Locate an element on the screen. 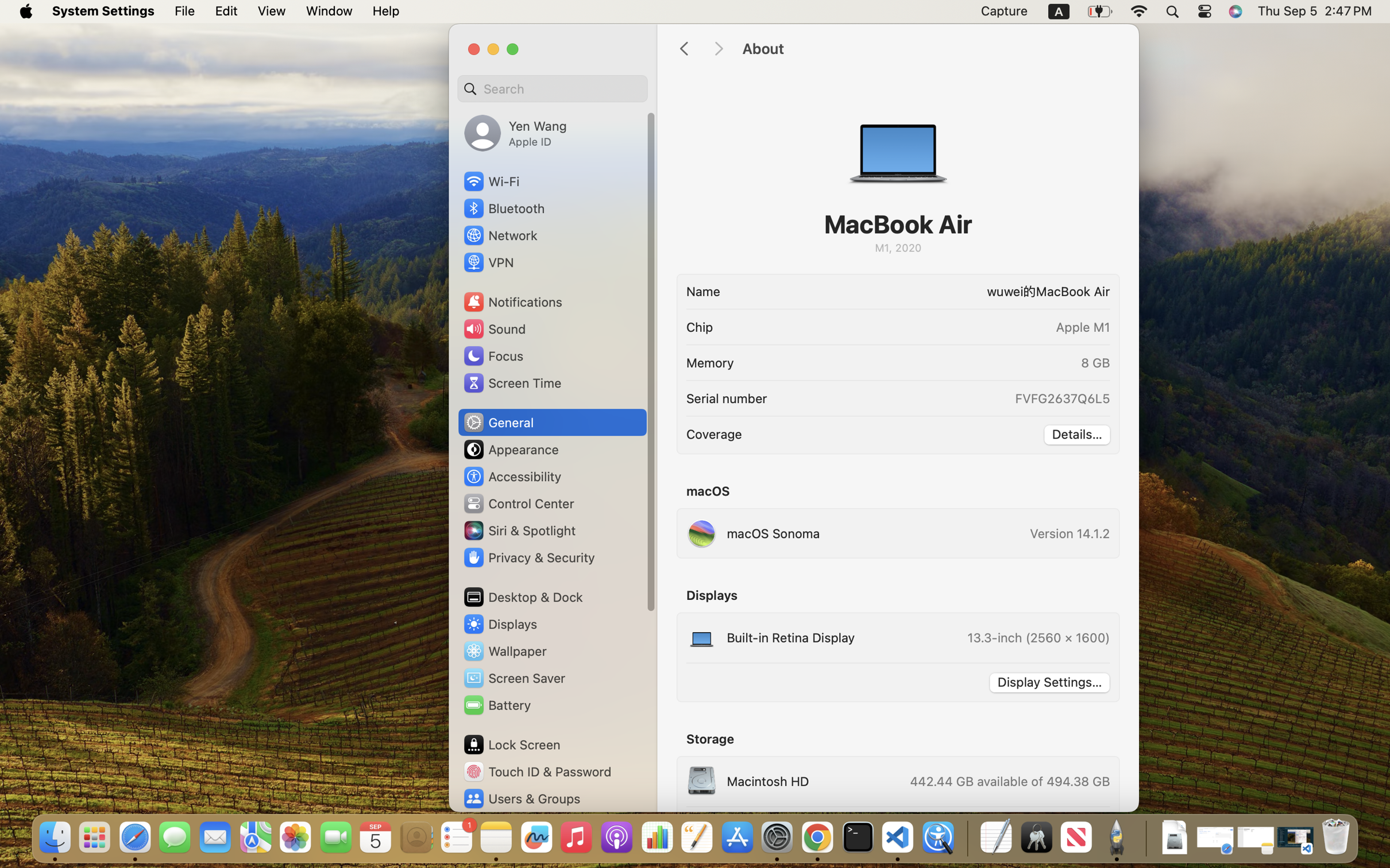 The height and width of the screenshot is (868, 1390). 'Name' is located at coordinates (702, 291).